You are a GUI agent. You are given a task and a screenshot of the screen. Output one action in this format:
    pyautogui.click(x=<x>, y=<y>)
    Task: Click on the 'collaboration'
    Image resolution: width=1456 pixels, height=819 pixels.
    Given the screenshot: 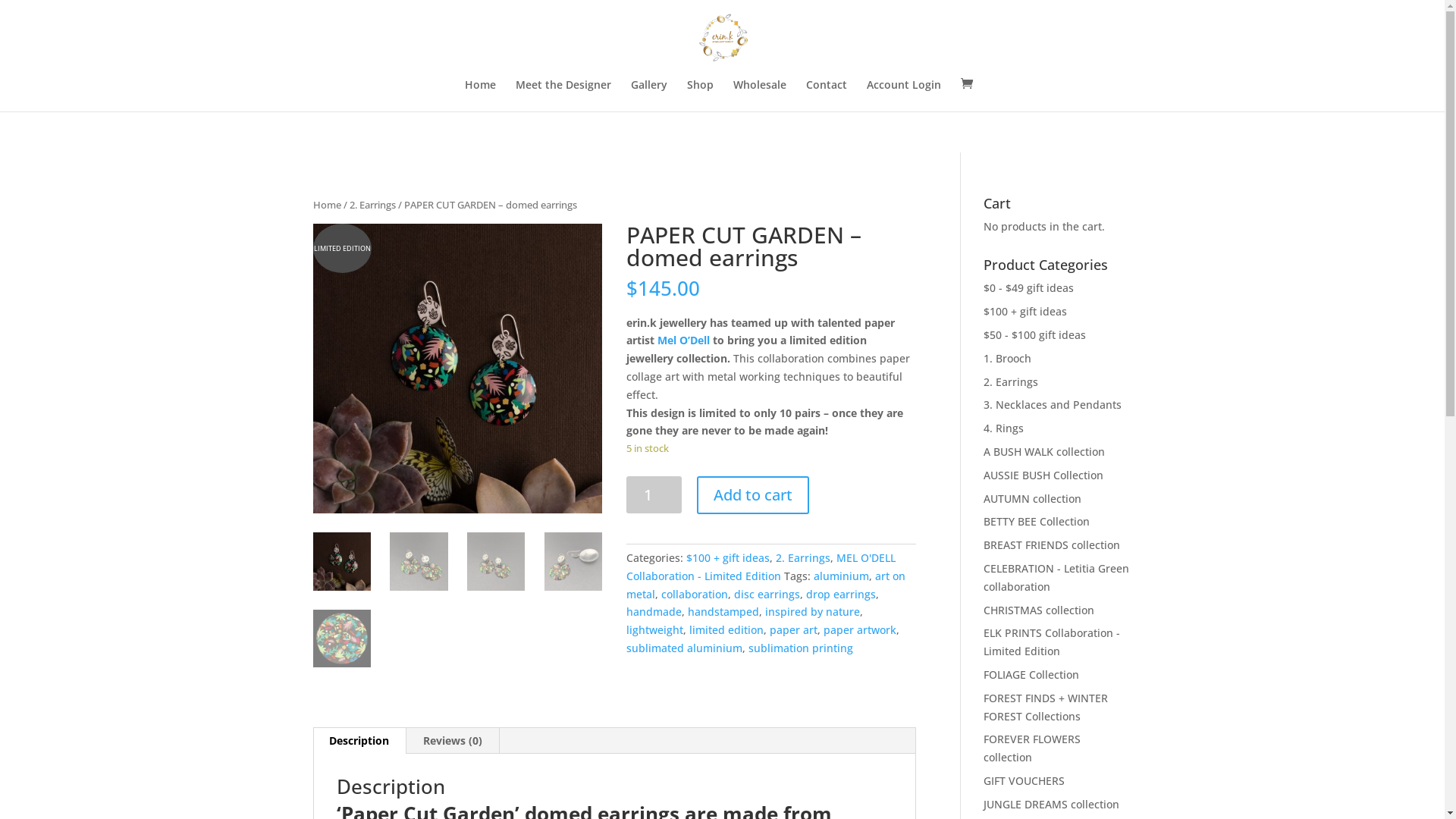 What is the action you would take?
    pyautogui.click(x=694, y=593)
    